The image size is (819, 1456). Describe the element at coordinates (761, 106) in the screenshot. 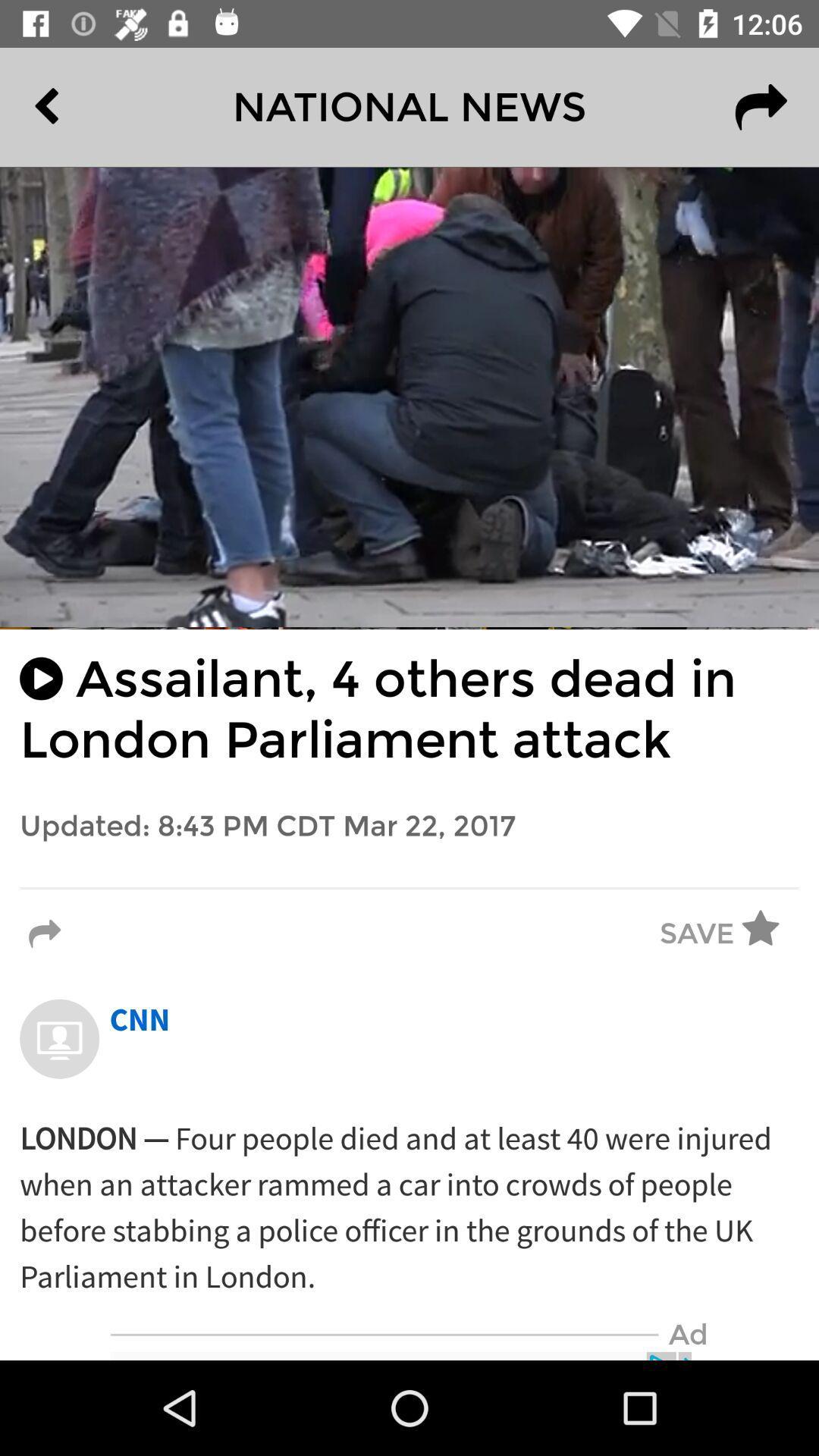

I see `item next to national news` at that location.